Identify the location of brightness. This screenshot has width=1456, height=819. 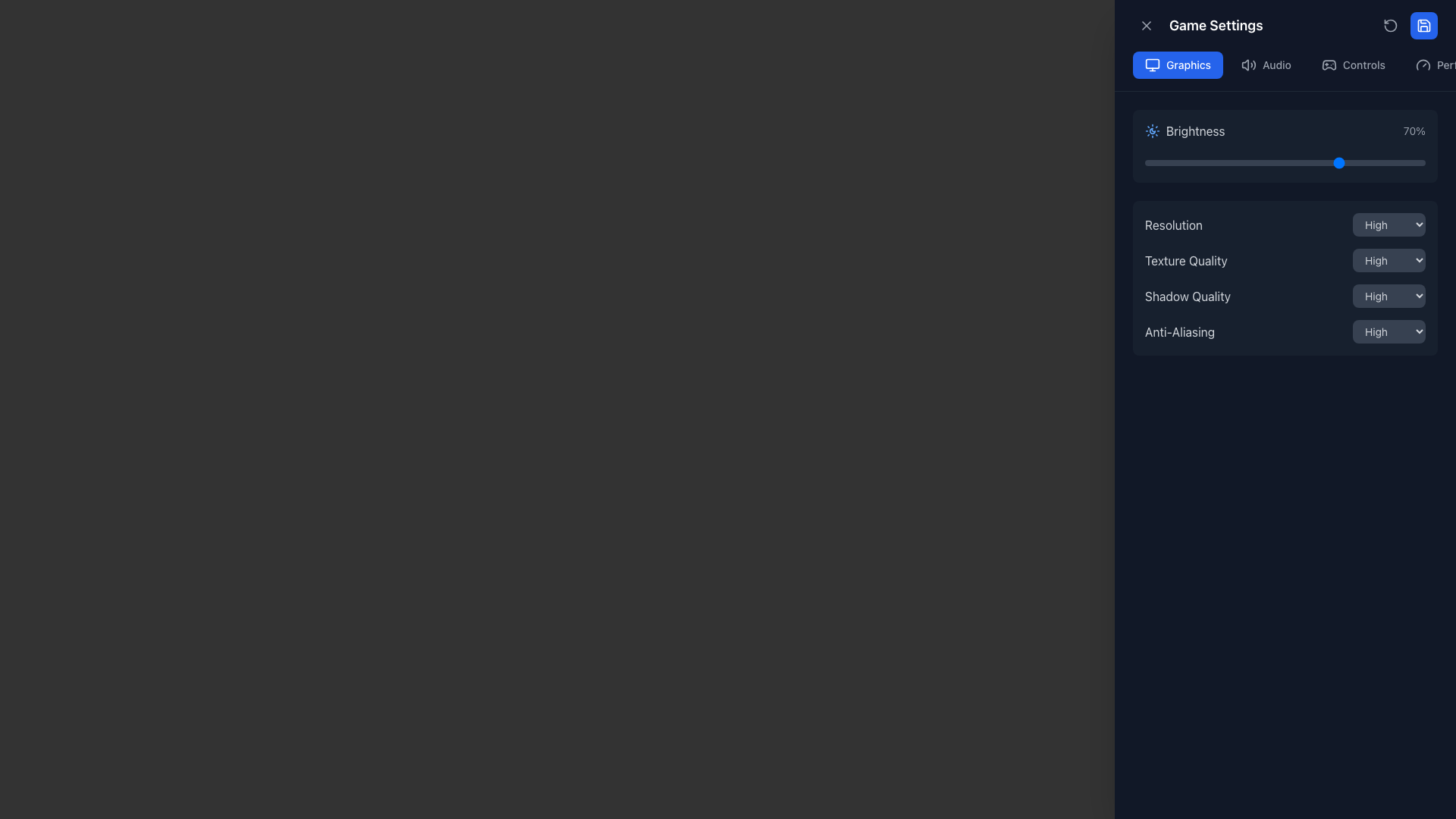
(1414, 163).